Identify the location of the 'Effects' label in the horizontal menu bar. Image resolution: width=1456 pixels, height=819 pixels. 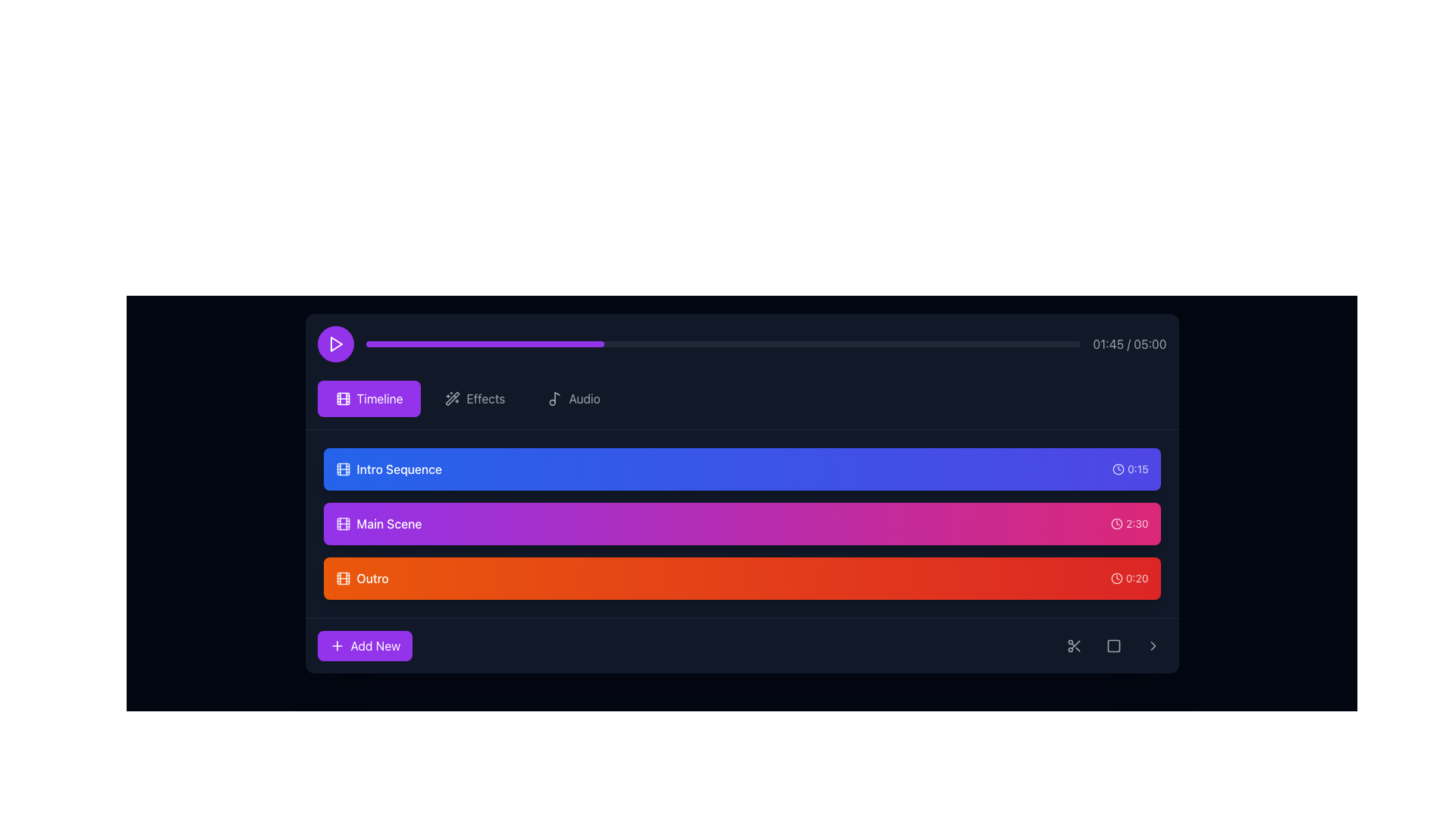
(485, 397).